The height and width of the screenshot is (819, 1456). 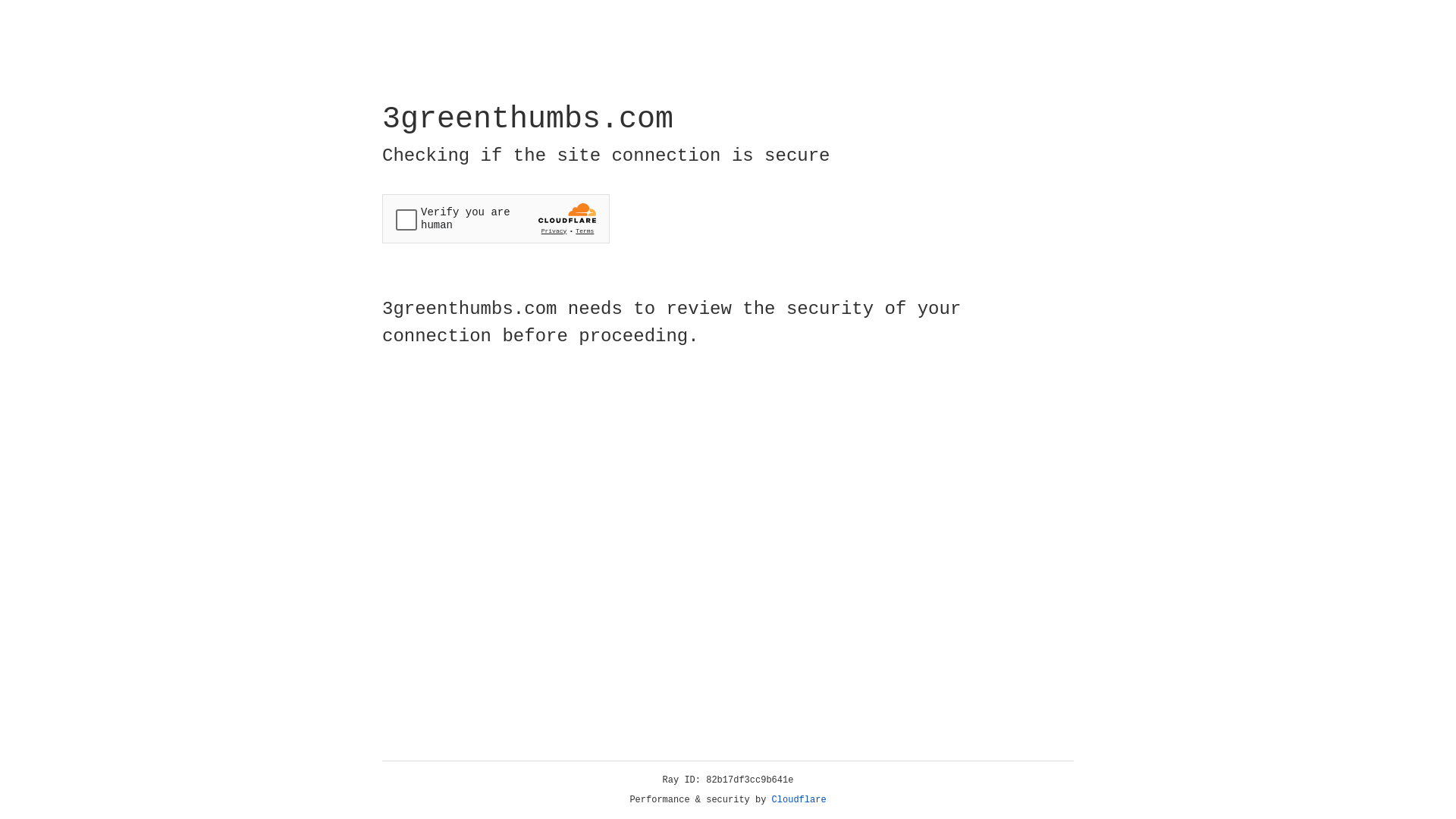 What do you see at coordinates (771, 799) in the screenshot?
I see `'Cloudflare'` at bounding box center [771, 799].